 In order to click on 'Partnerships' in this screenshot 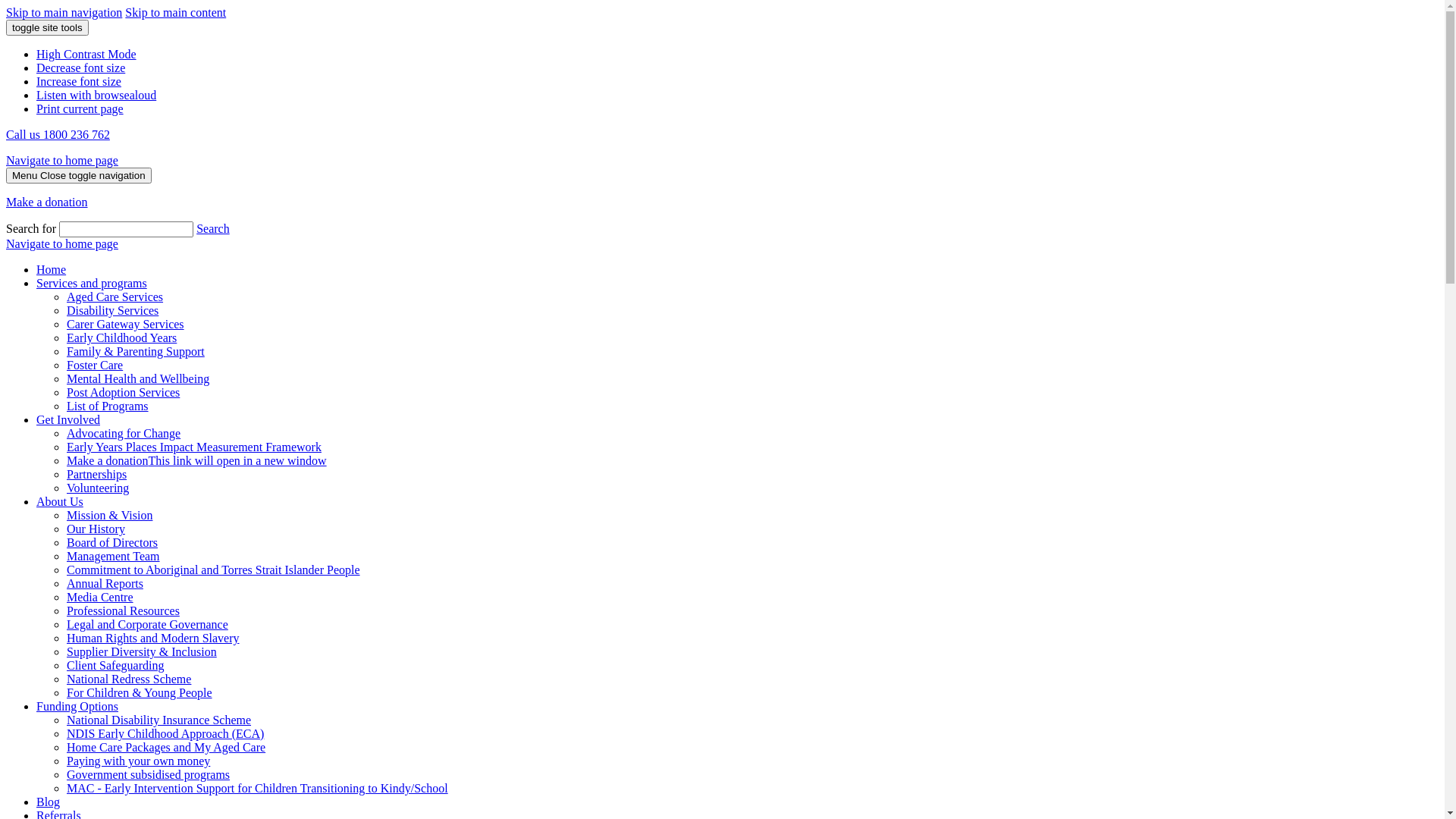, I will do `click(96, 473)`.